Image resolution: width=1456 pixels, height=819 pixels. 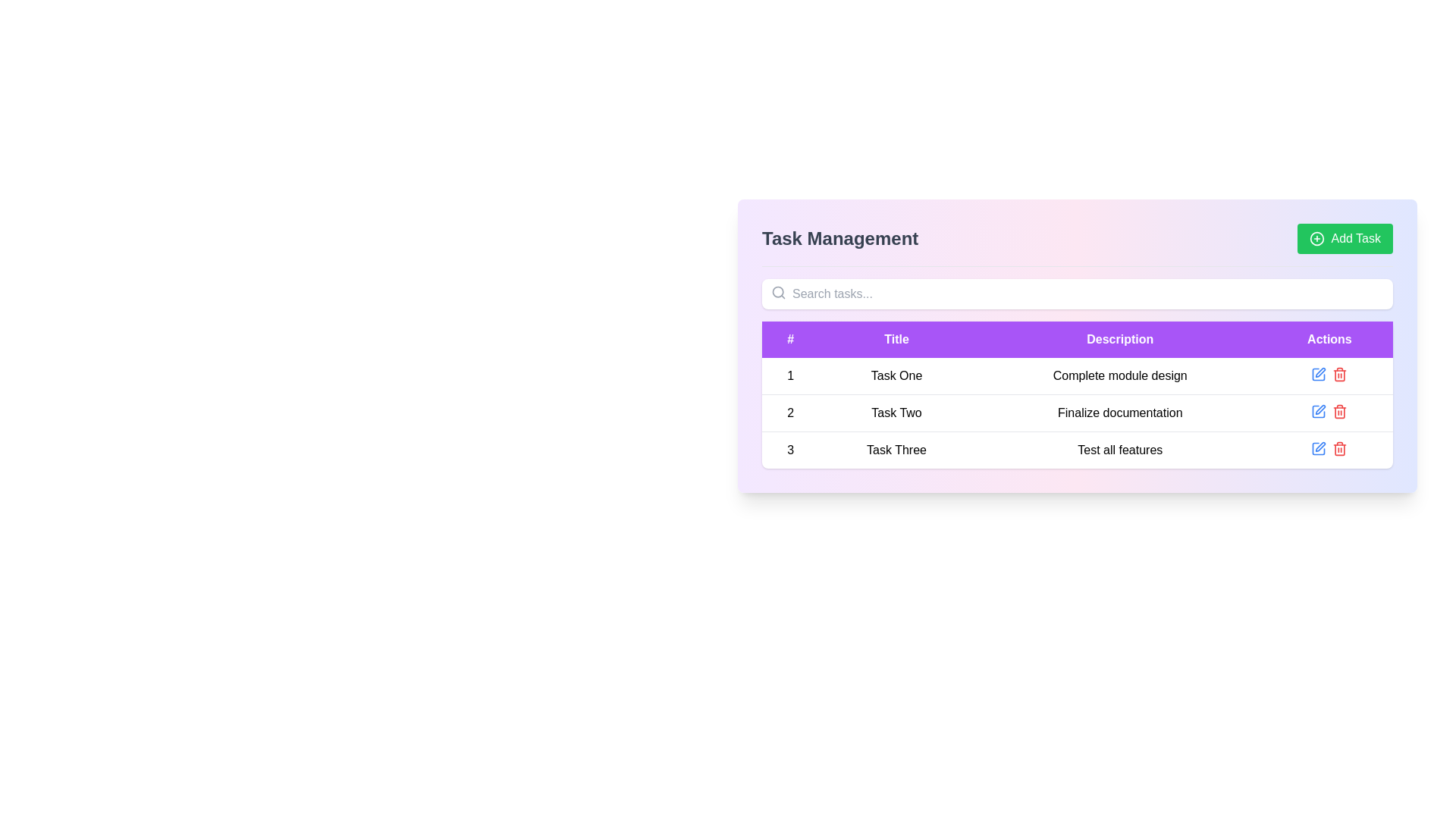 I want to click on the red trash icon Delete button, which is the second interactive icon in the actions column of the third row of the table, to observe its style change, so click(x=1340, y=447).